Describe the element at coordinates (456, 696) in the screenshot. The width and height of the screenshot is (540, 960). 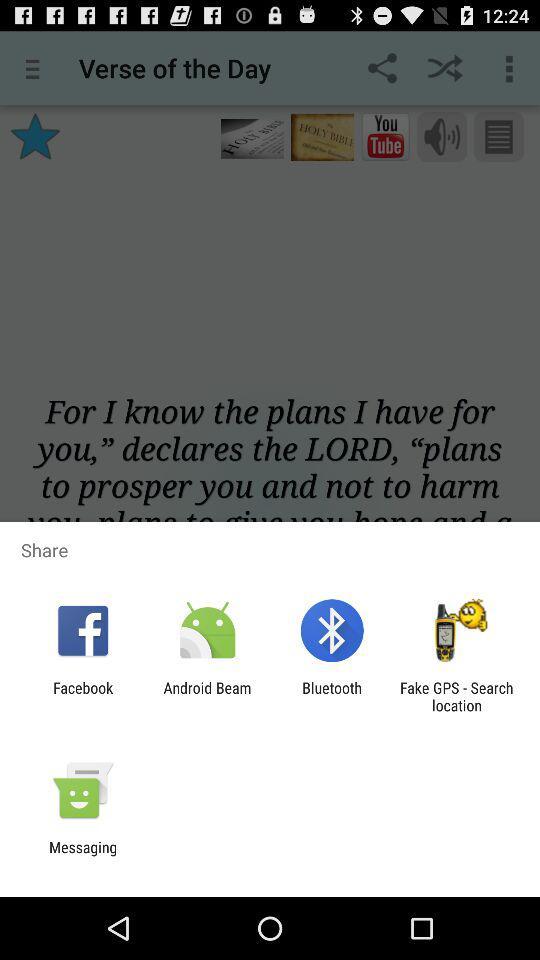
I see `the fake gps search item` at that location.